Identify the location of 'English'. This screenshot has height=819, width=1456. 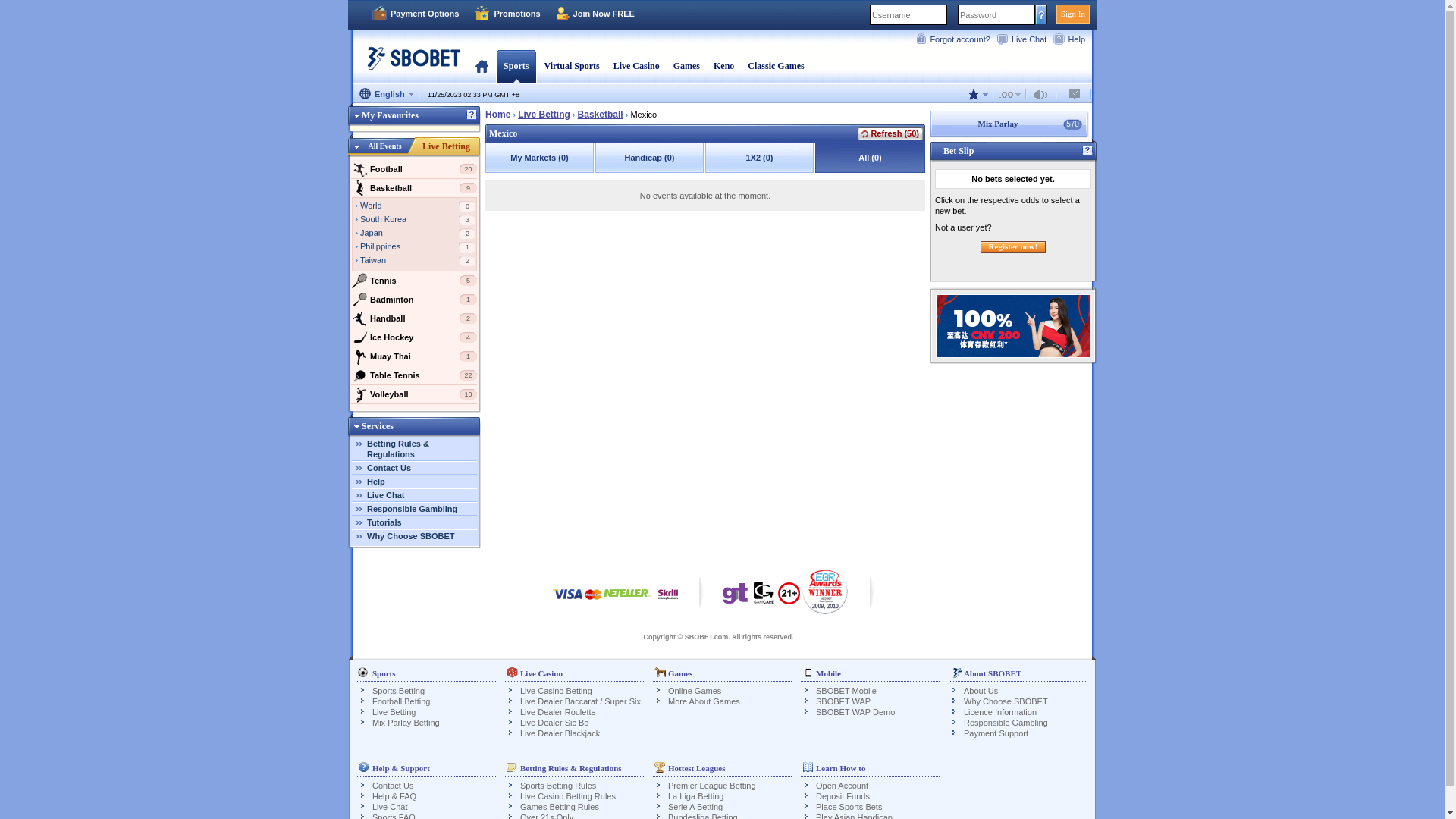
(386, 94).